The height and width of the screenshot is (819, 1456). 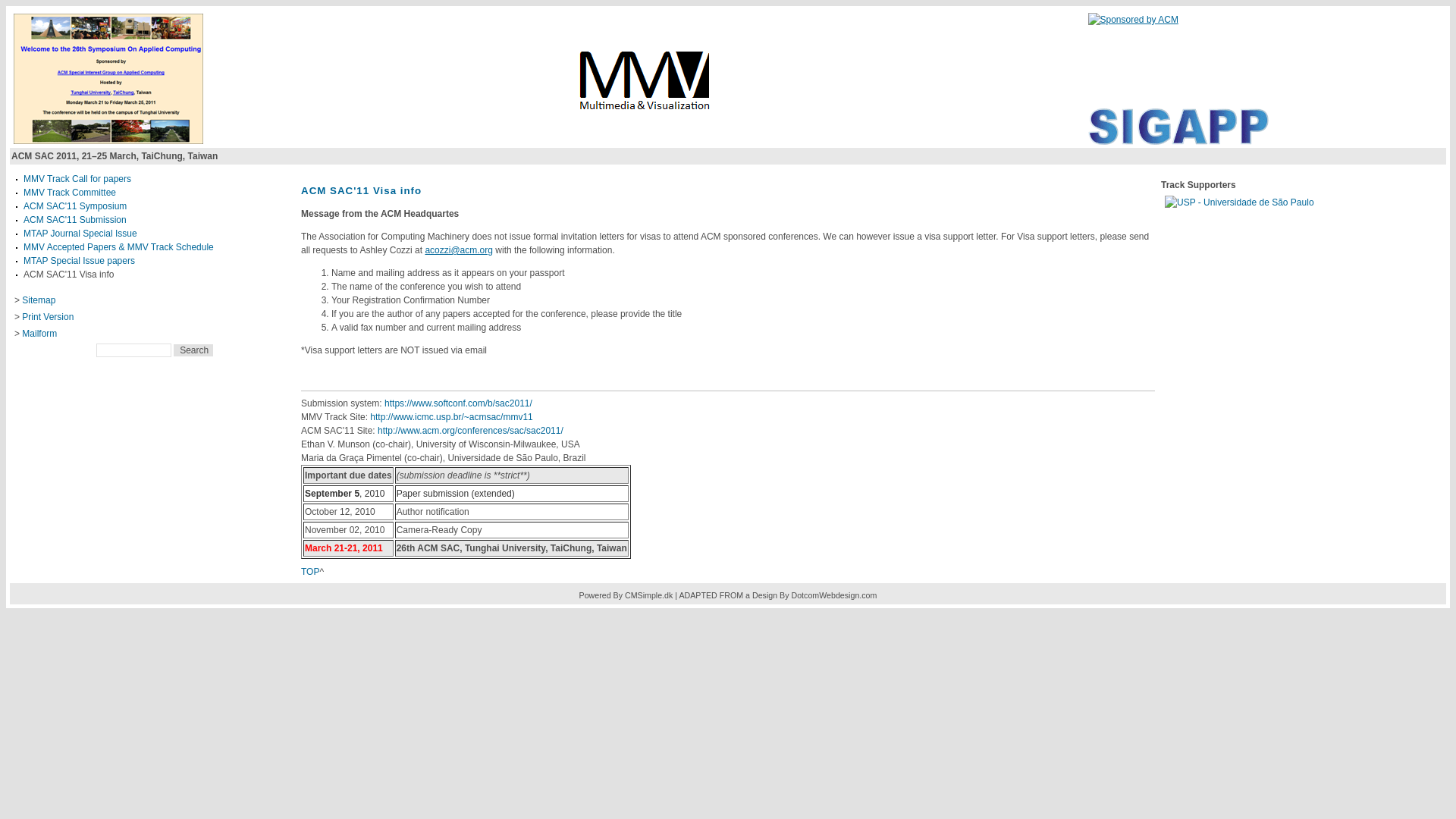 I want to click on 'MMV Track Call for papers', so click(x=76, y=177).